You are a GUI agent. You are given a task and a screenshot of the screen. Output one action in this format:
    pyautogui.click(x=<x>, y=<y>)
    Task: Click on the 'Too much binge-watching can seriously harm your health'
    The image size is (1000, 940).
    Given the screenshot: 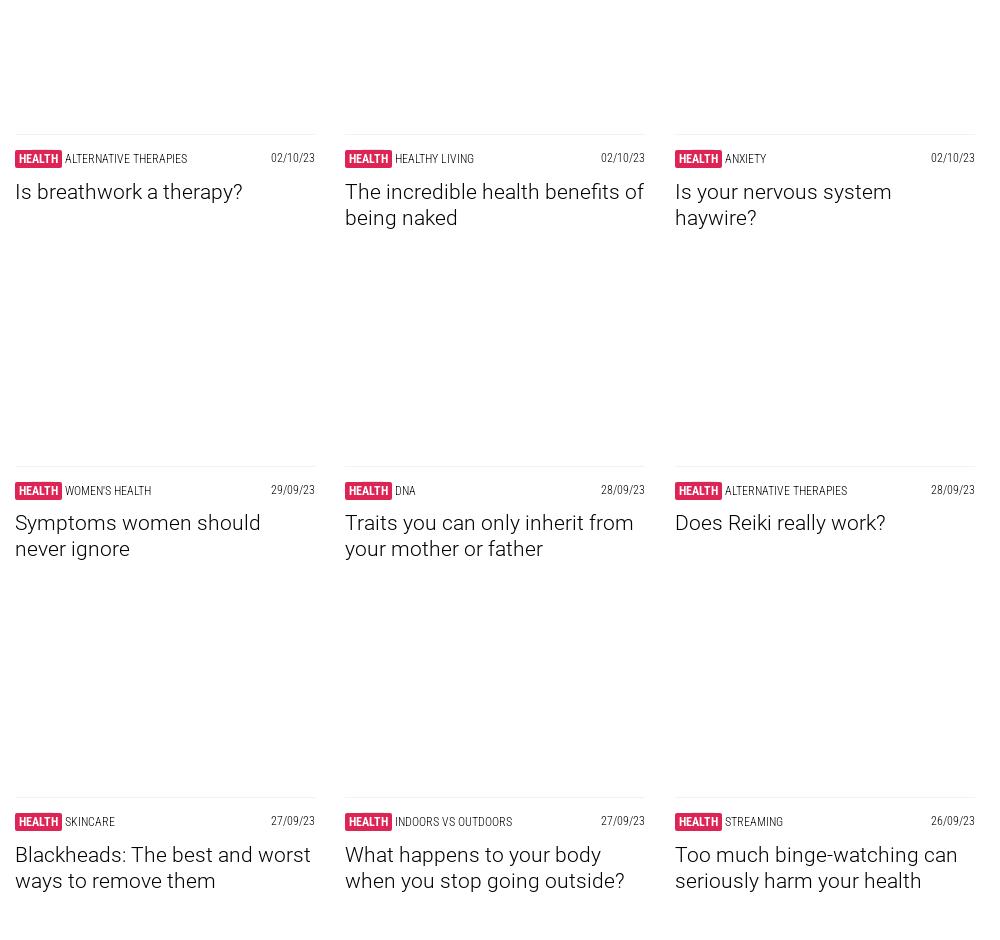 What is the action you would take?
    pyautogui.click(x=815, y=866)
    